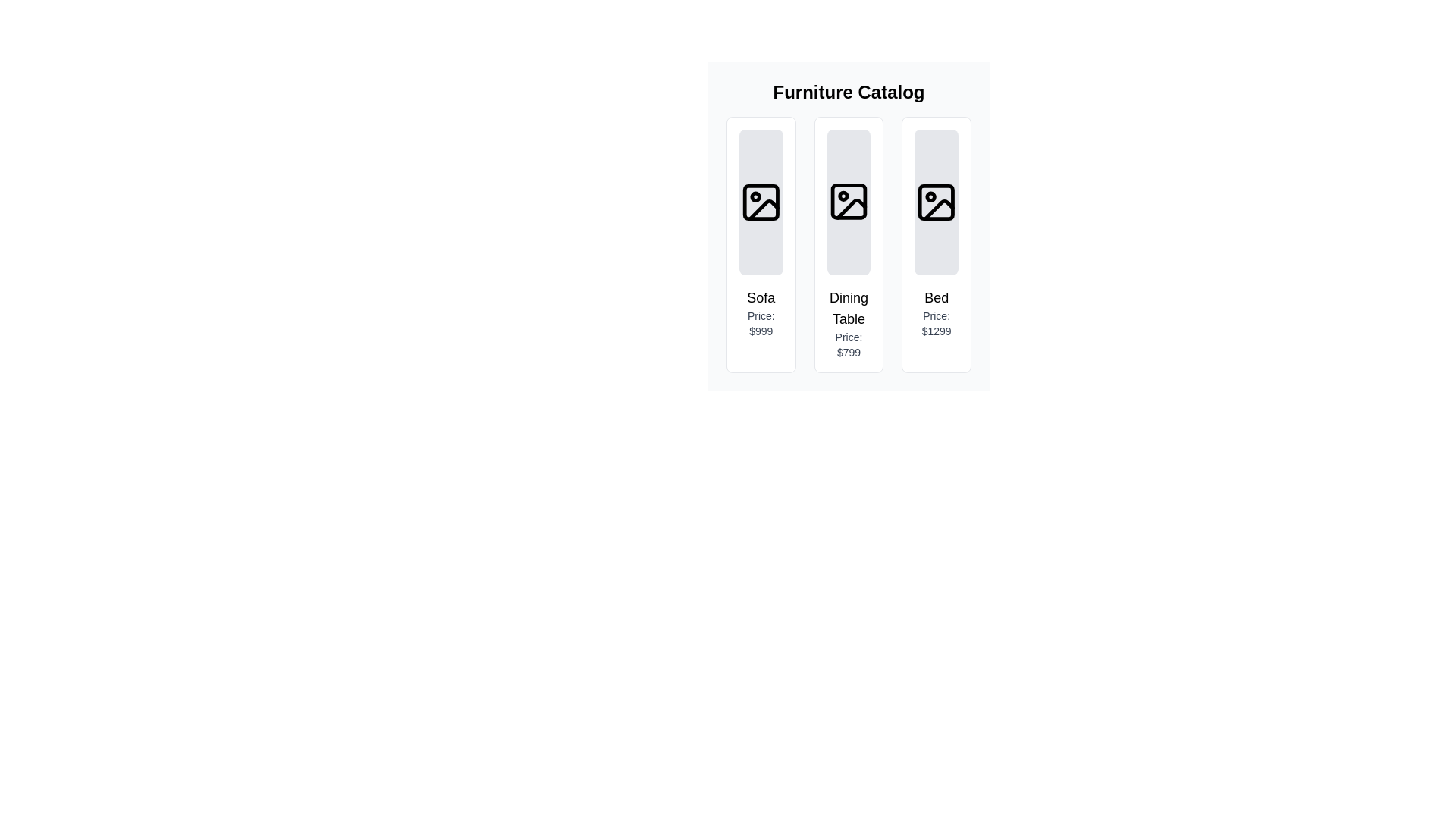 The height and width of the screenshot is (819, 1456). Describe the element at coordinates (936, 323) in the screenshot. I see `static text display showing the price '$1299' located below the 'Bed' label in the rightmost card of the layout` at that location.